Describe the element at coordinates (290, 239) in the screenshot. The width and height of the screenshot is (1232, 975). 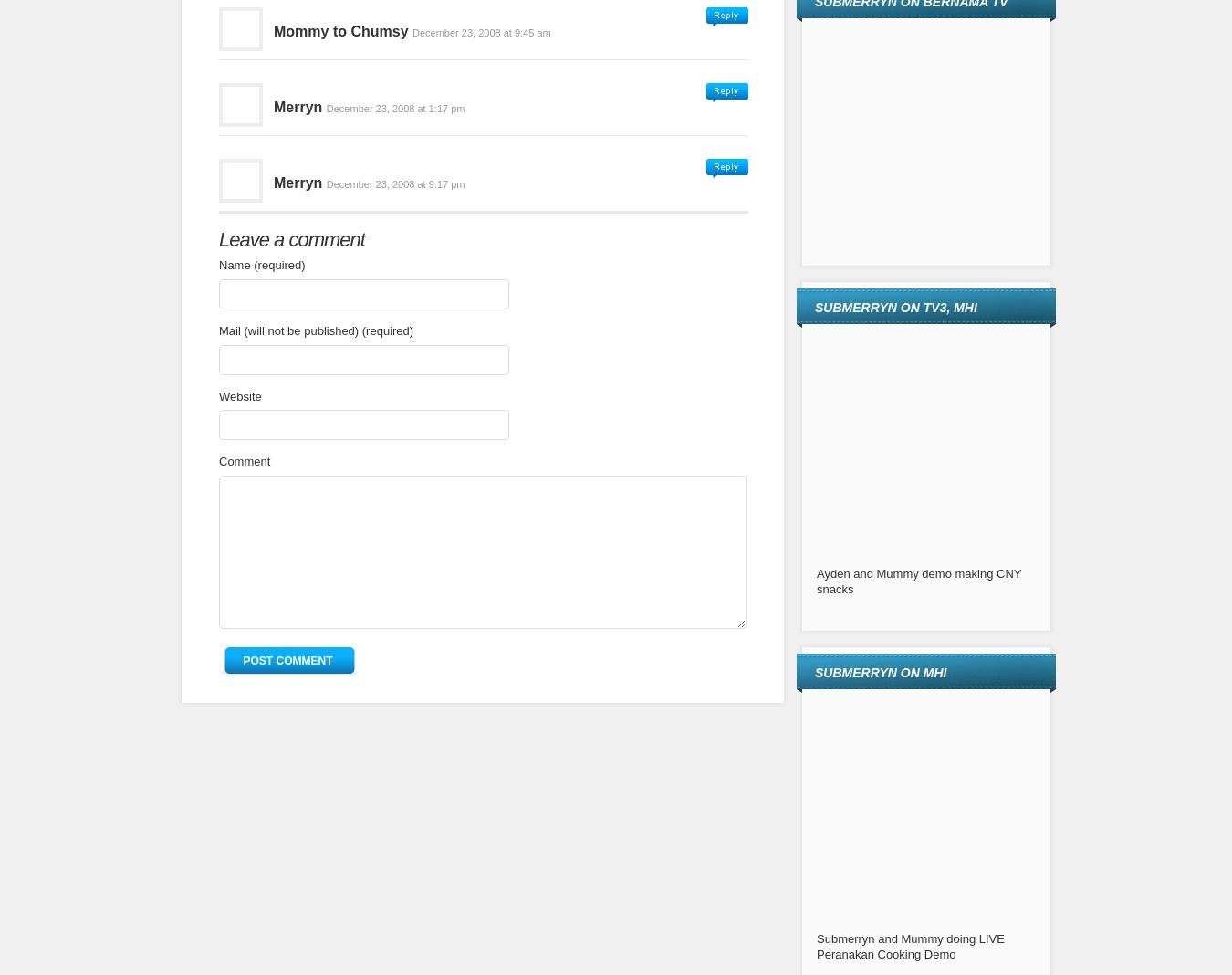
I see `'Leave a comment'` at that location.